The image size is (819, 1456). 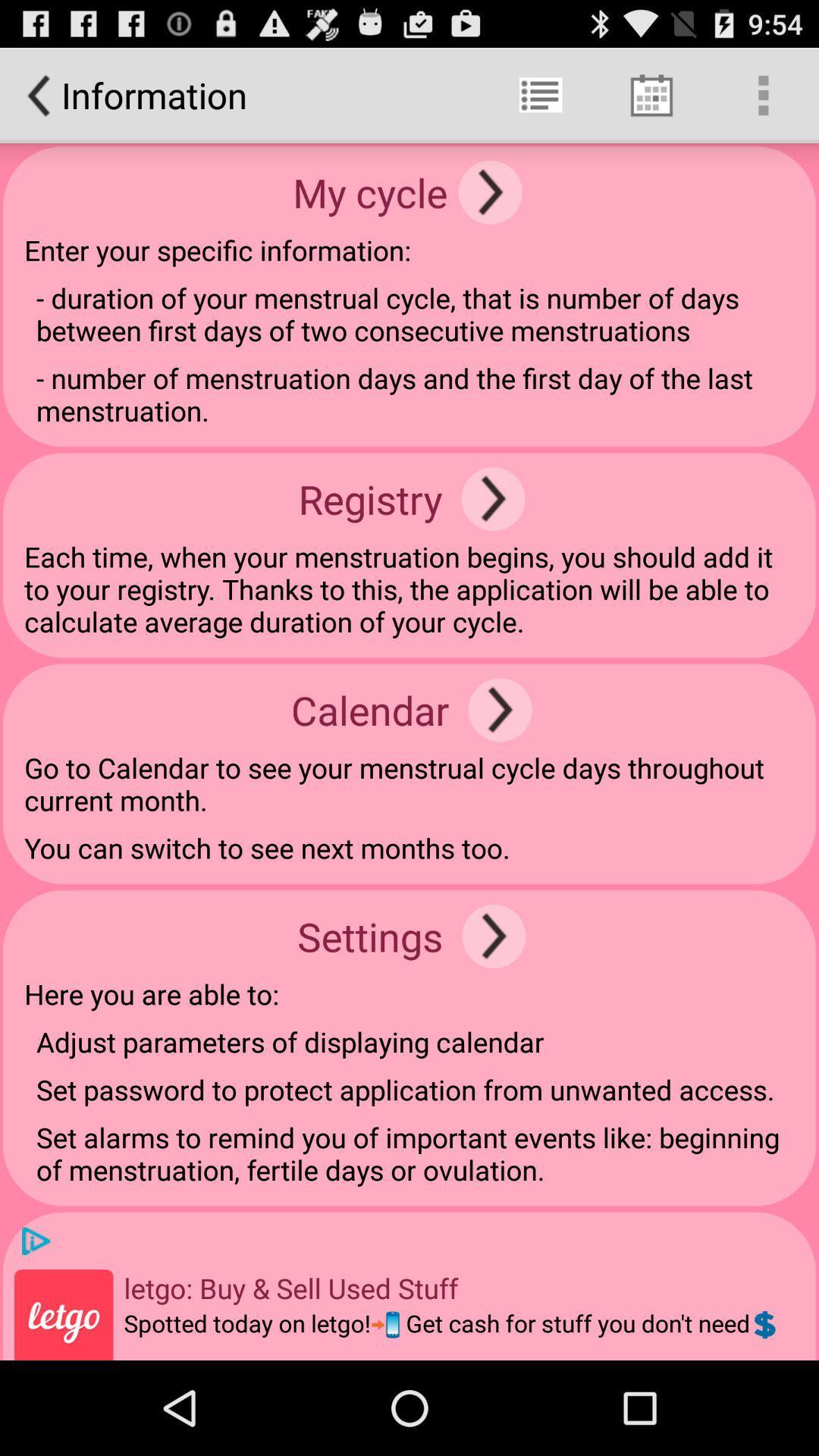 I want to click on letgo buy sell app, so click(x=291, y=1287).